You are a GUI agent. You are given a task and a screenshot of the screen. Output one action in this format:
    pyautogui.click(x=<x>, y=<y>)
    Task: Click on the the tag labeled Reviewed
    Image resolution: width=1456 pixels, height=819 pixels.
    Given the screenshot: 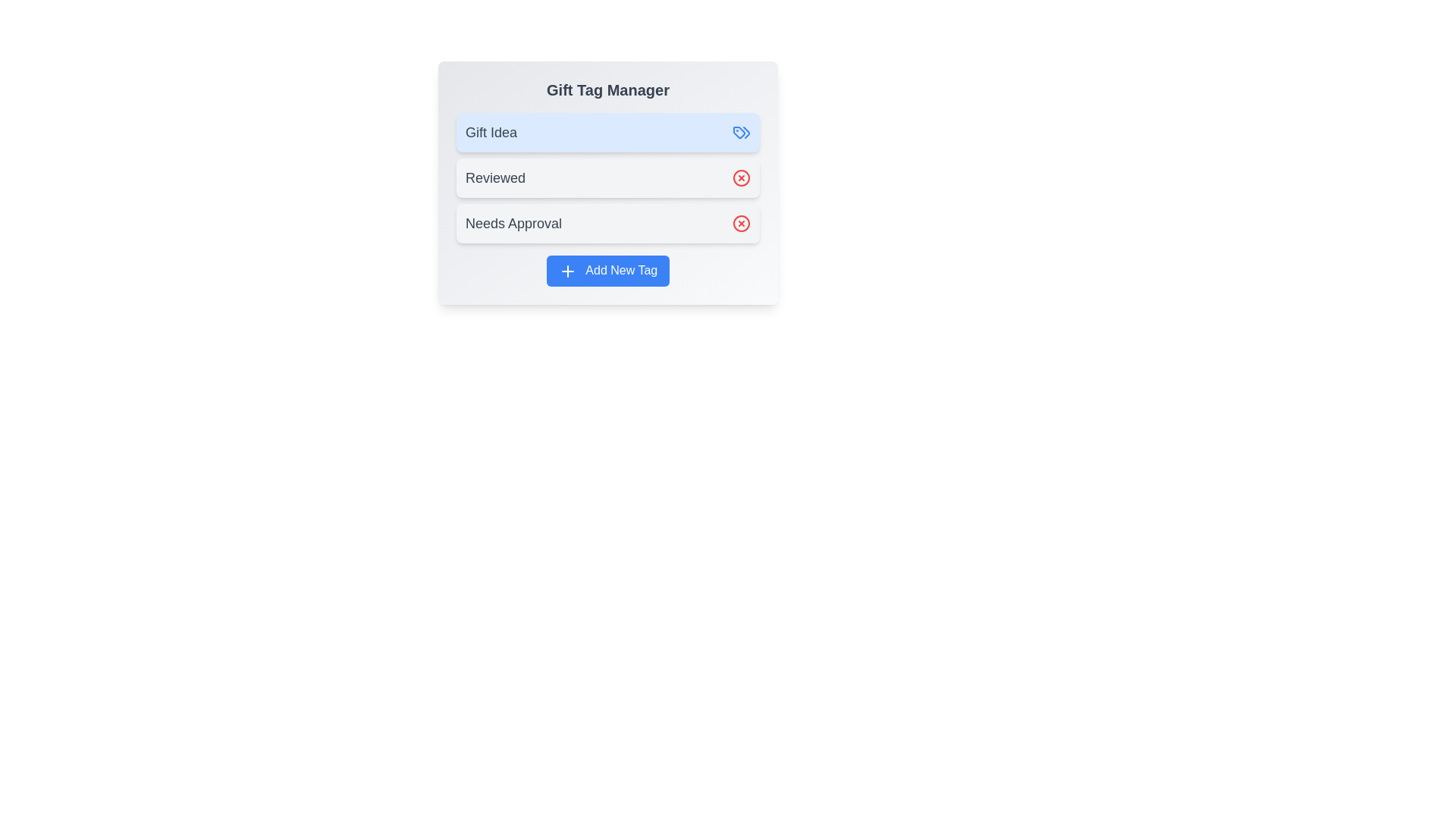 What is the action you would take?
    pyautogui.click(x=607, y=177)
    